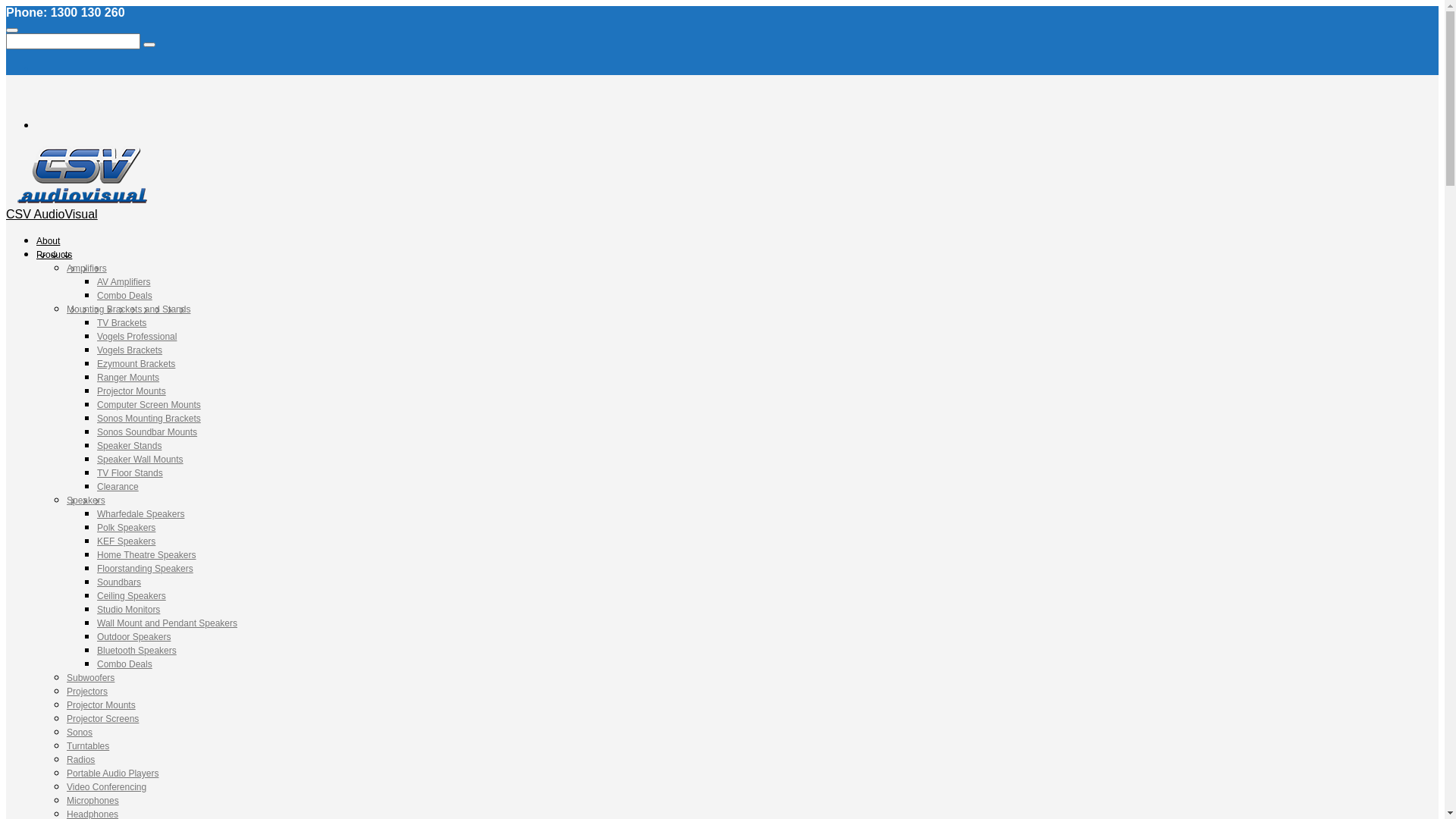 The image size is (1456, 819). Describe the element at coordinates (86, 745) in the screenshot. I see `'Turntables'` at that location.